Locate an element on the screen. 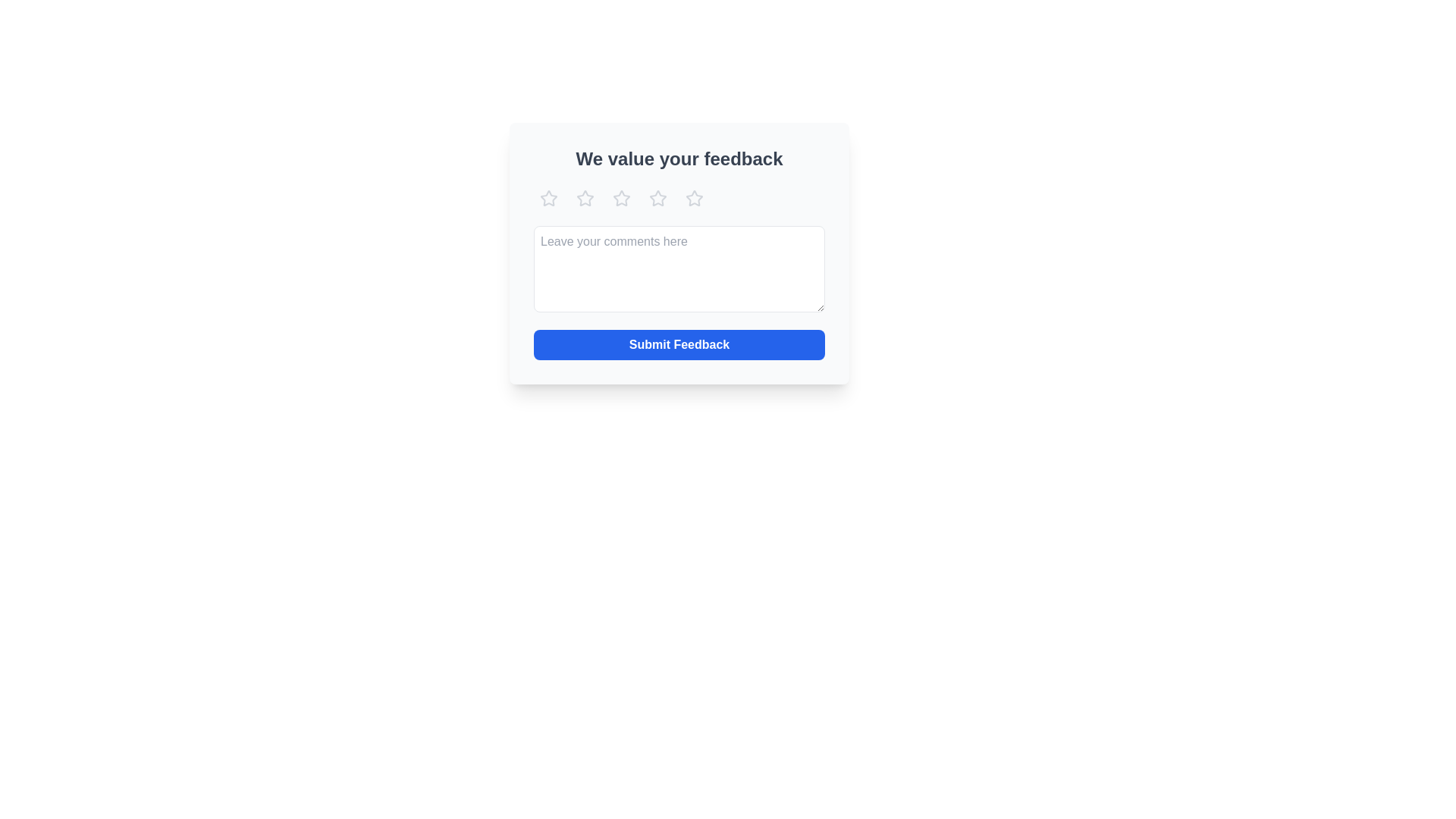  the fifth star-shaped icon in a row of five interactive rating controls near the top of the feedback form is located at coordinates (694, 197).